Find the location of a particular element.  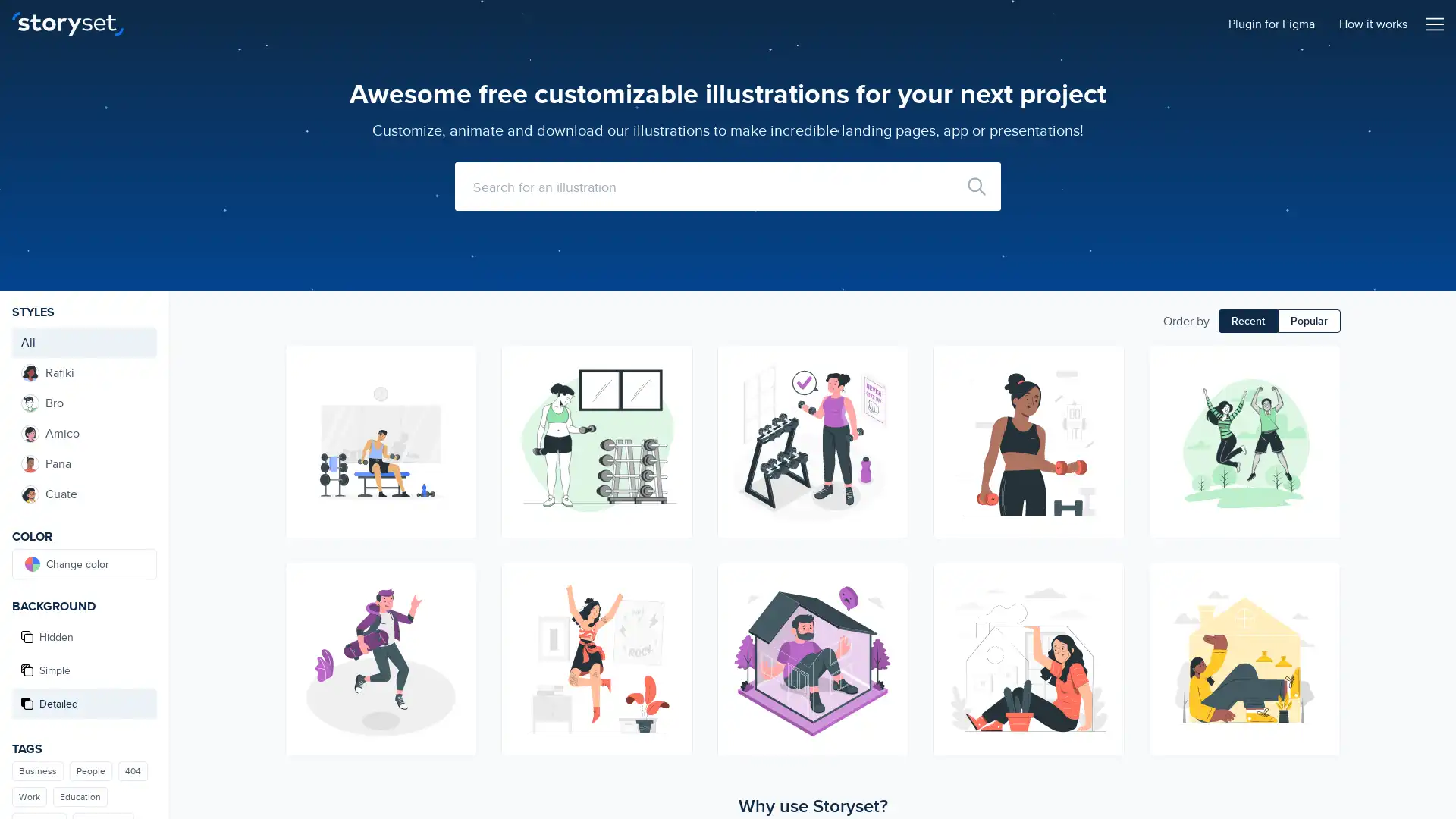

Pinterest icon Save is located at coordinates (457, 635).